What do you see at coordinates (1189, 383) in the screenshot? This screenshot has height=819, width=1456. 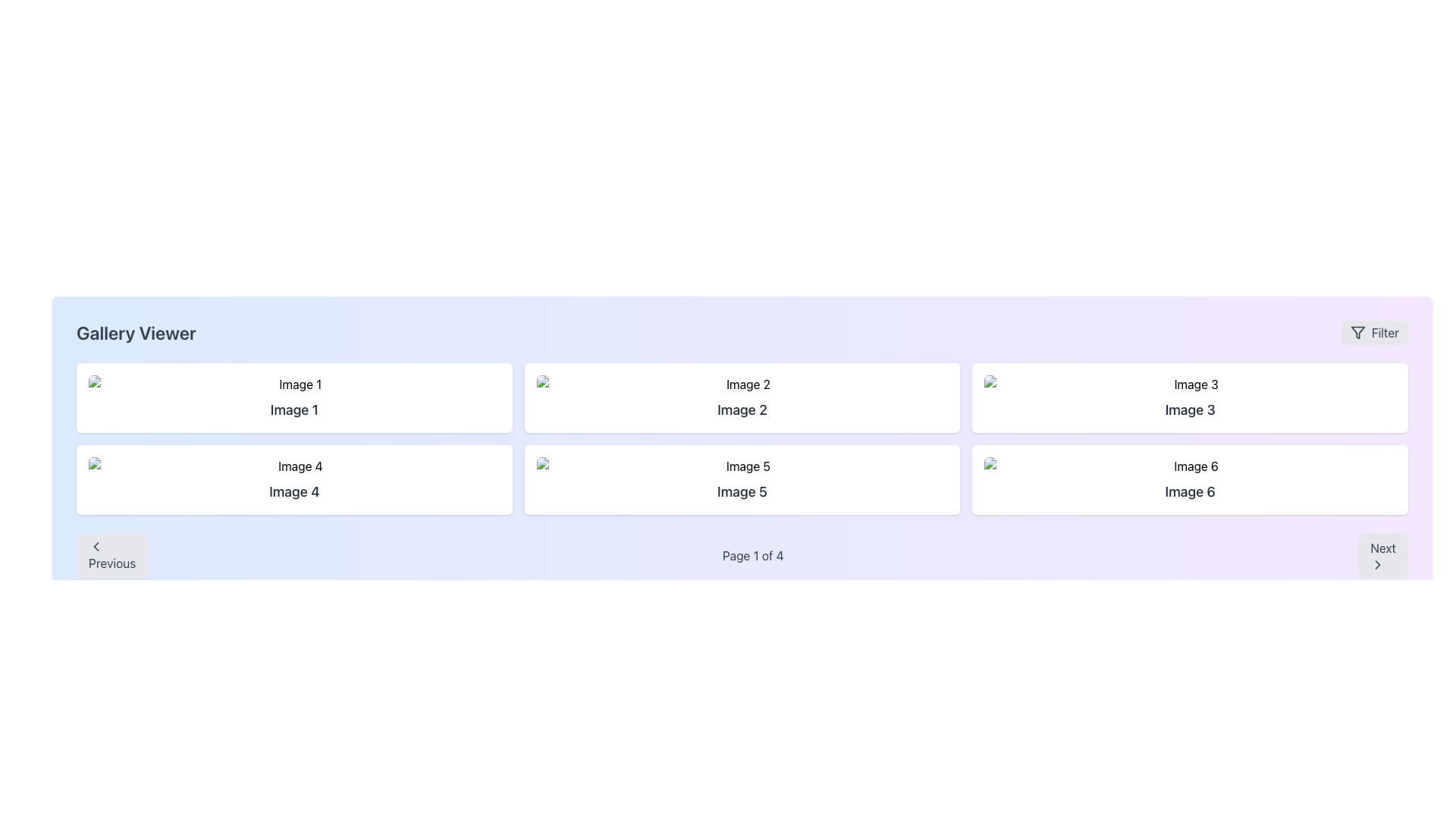 I see `the image with the placeholder source displaying 'Image 3' located in the third card of the second row` at bounding box center [1189, 383].